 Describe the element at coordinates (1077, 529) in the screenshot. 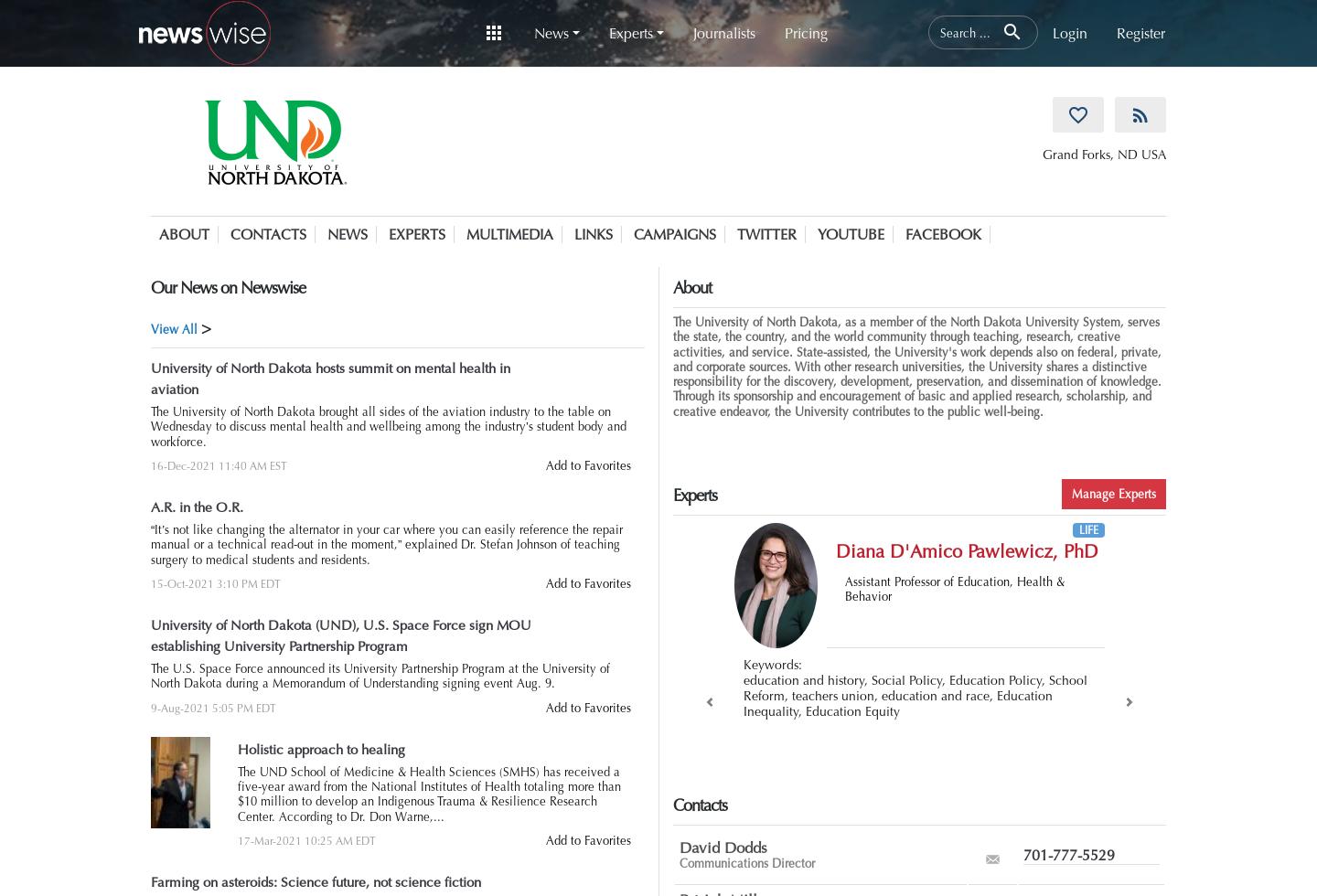

I see `'LIFE'` at that location.